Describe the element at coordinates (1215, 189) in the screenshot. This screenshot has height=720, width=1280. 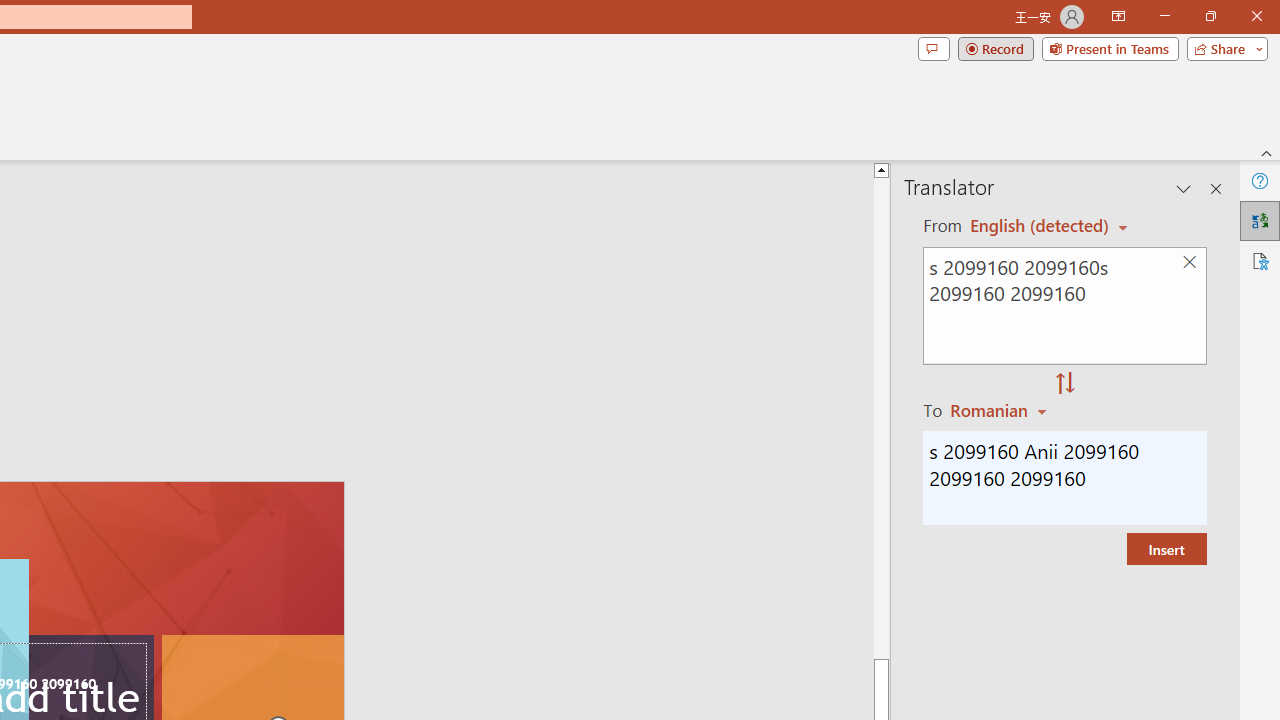
I see `'Close pane'` at that location.